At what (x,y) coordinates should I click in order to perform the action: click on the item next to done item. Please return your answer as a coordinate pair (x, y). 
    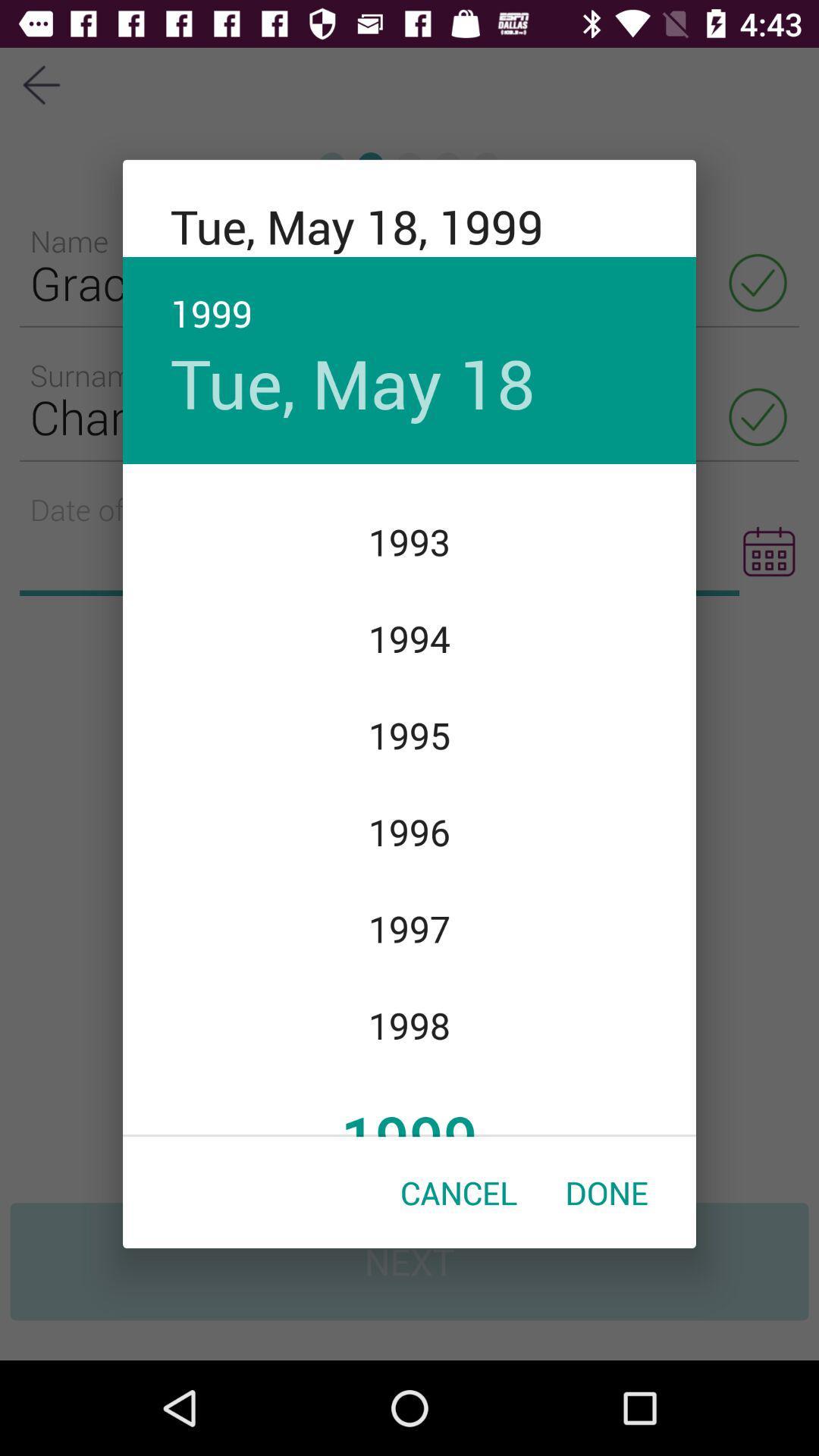
    Looking at the image, I should click on (458, 1191).